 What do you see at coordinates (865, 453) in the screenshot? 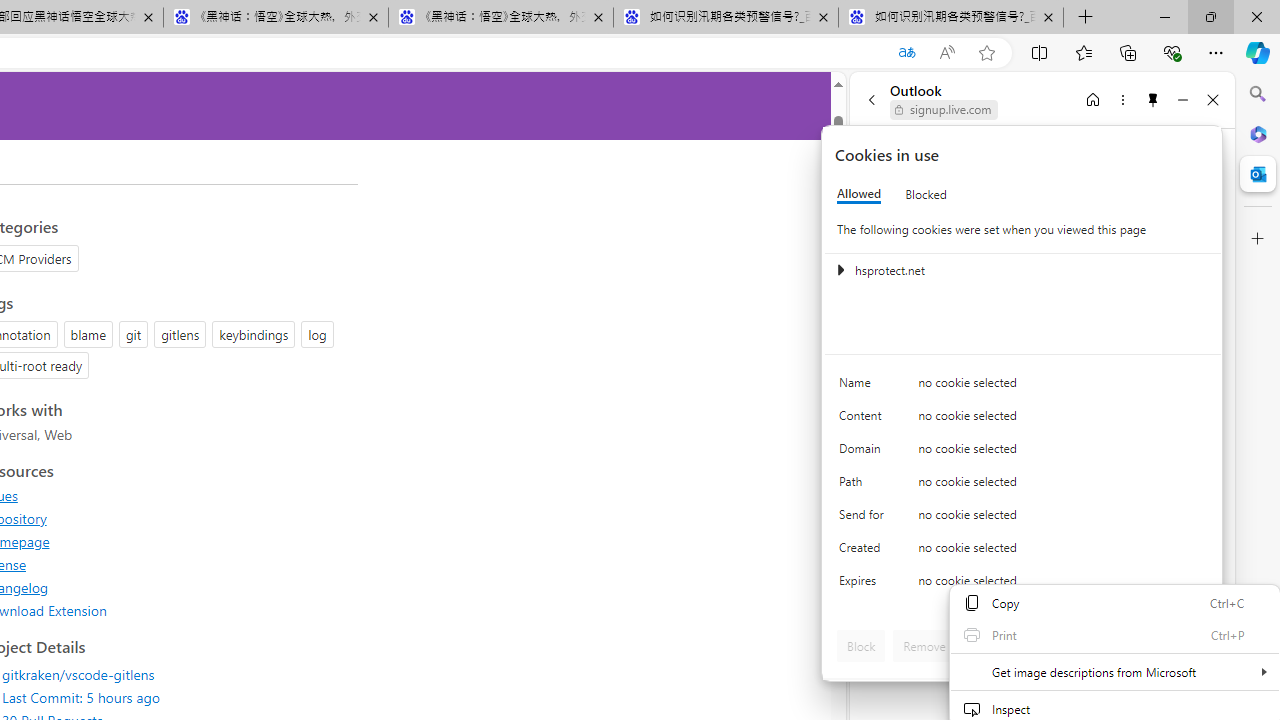
I see `'Domain'` at bounding box center [865, 453].